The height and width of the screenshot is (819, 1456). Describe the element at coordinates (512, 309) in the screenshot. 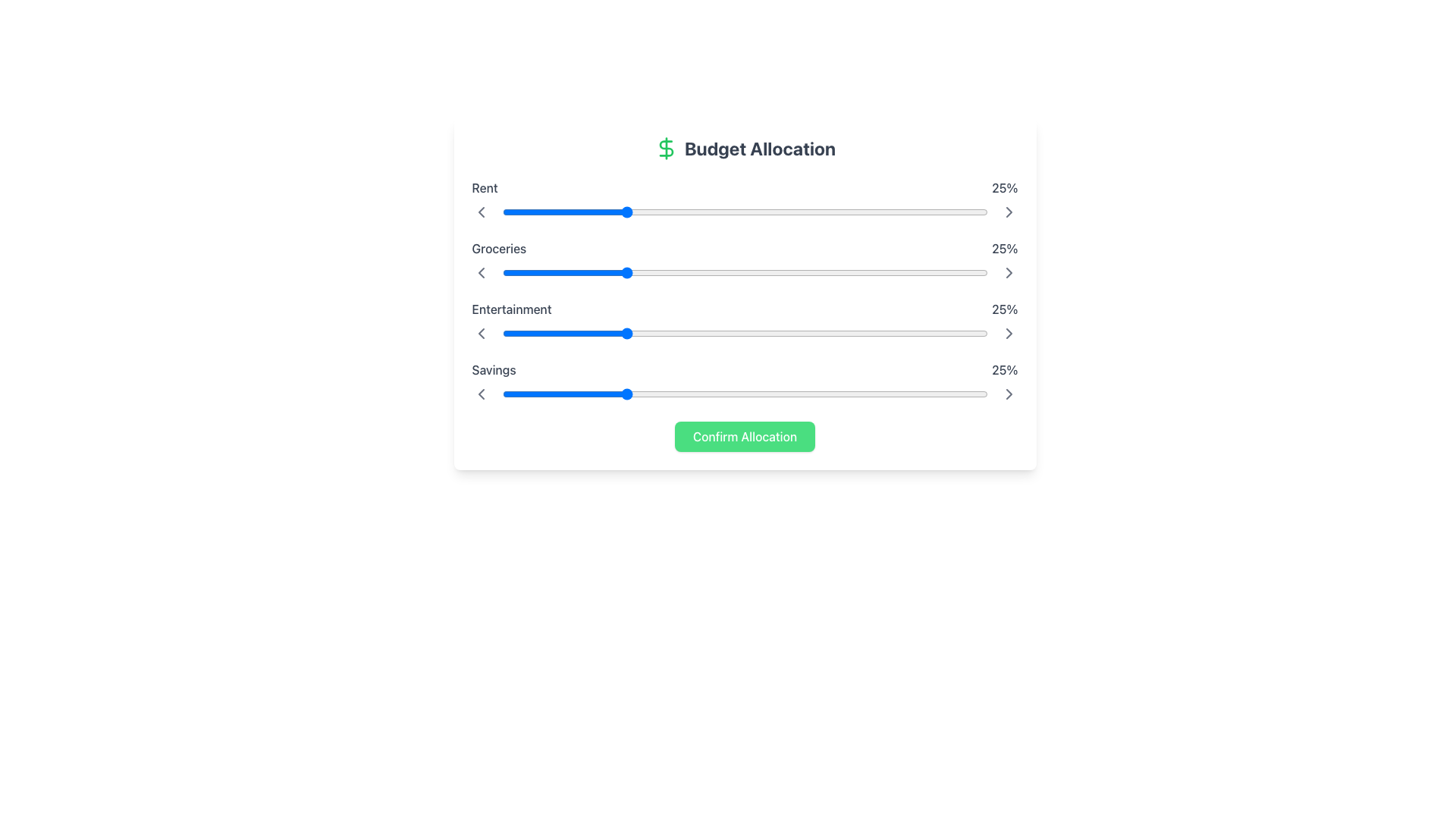

I see `label identifying the category 'Entertainment' located beneath the 'Groceries' label and above the 'Savings' label in the budget allocation interface` at that location.